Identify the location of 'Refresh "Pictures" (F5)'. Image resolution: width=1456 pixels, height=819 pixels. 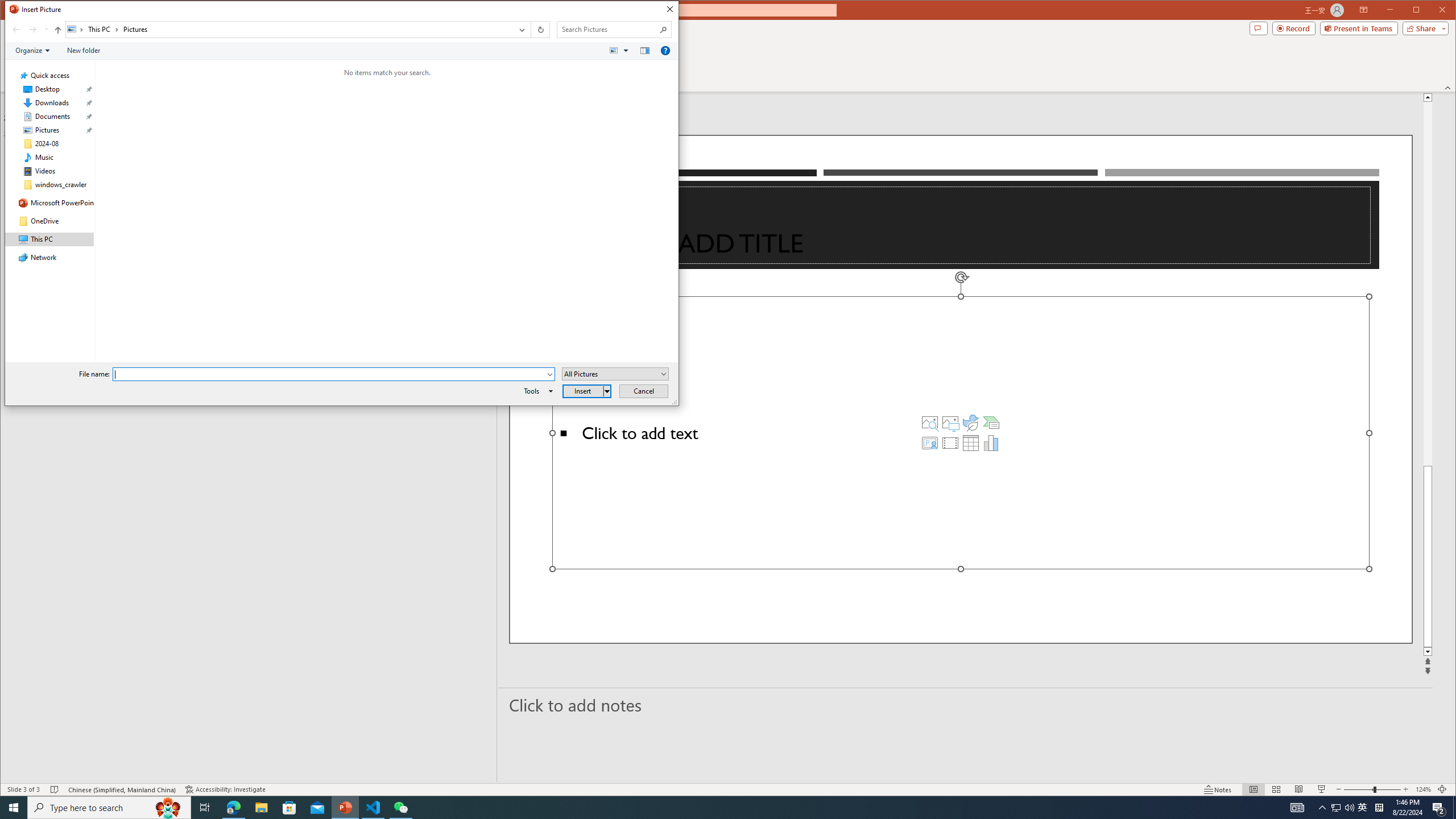
(539, 29).